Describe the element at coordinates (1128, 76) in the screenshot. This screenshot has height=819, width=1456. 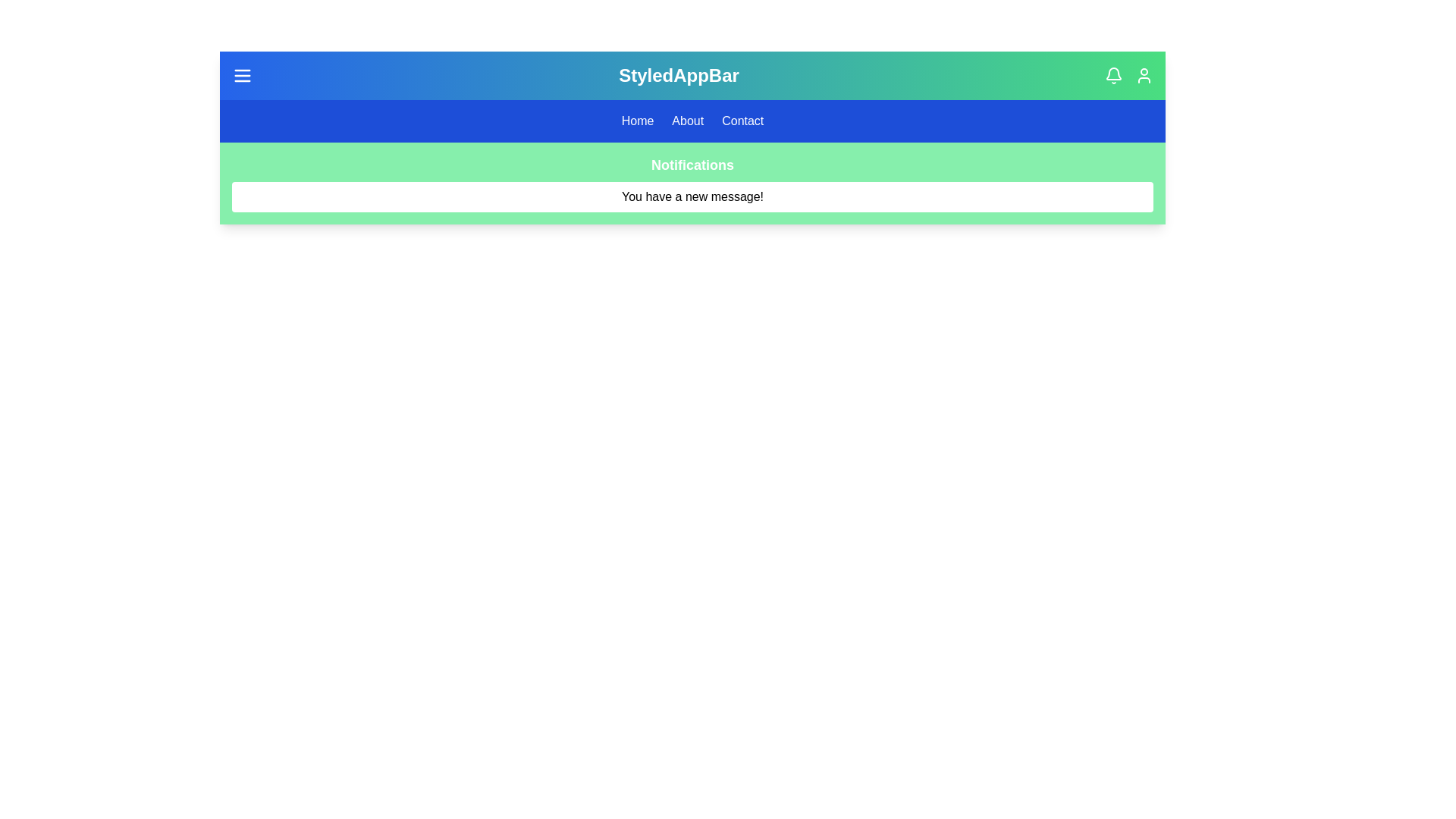
I see `the notifications icon located in the horizontal Icon Group at the top-right corner of the app bar` at that location.